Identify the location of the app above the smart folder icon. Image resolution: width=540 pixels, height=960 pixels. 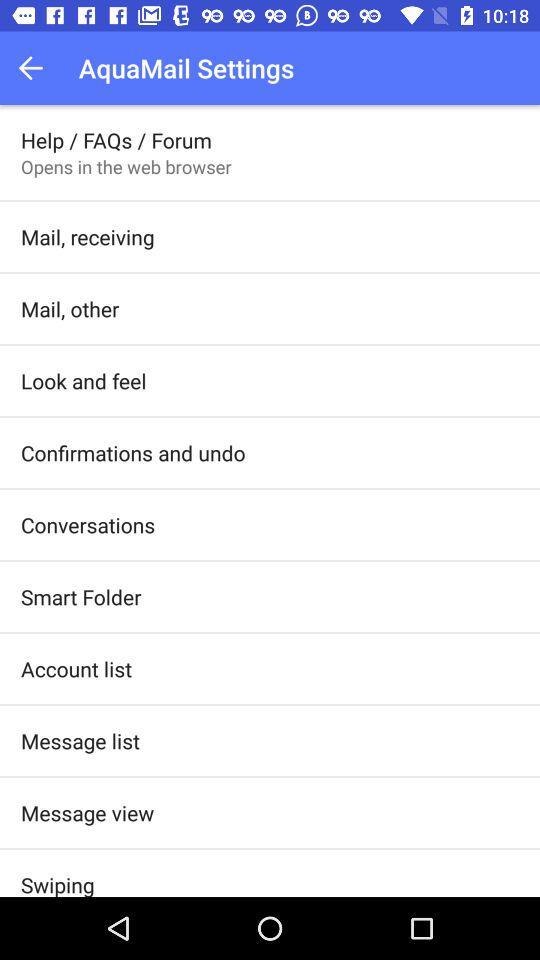
(87, 524).